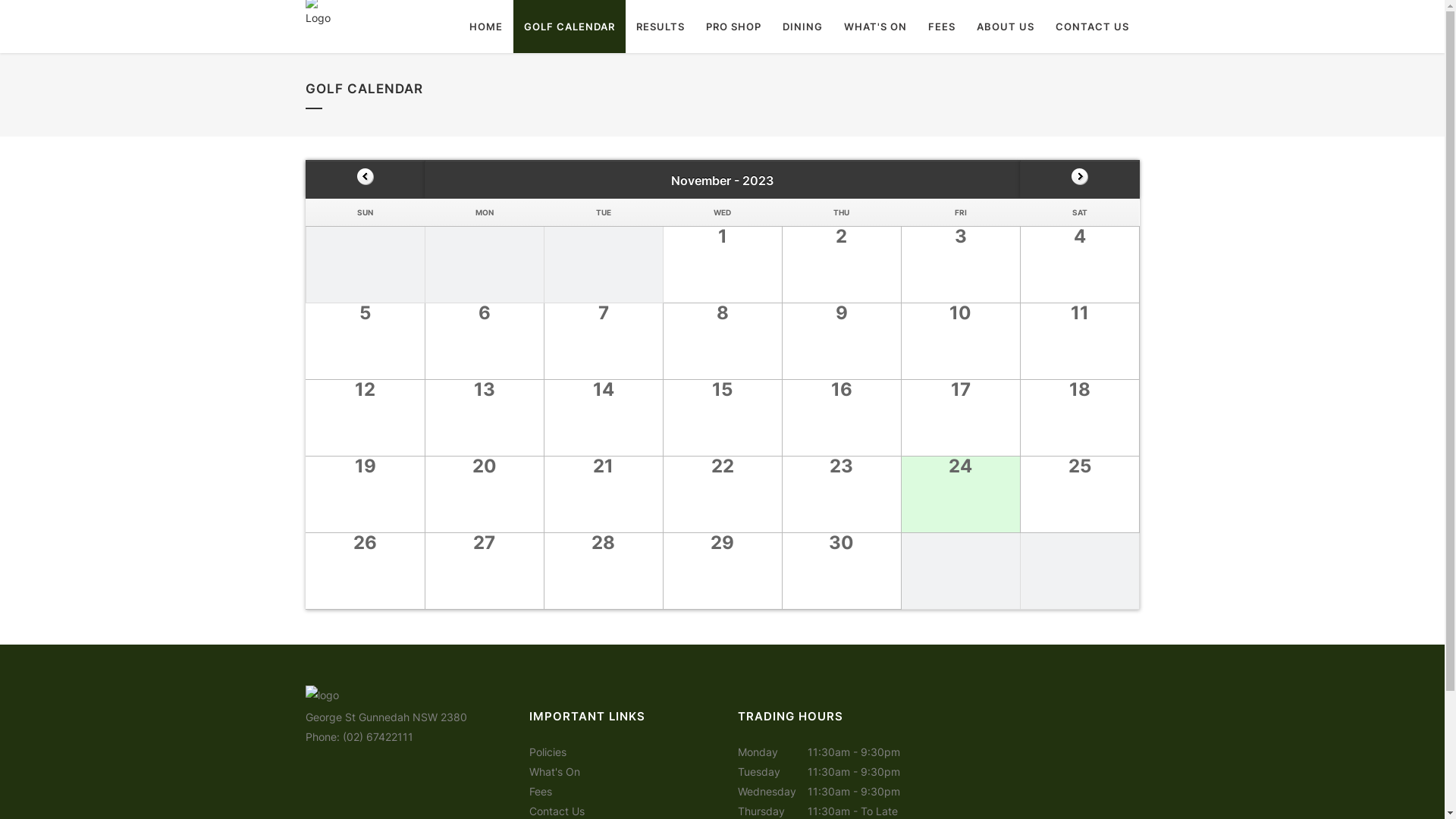 This screenshot has height=819, width=1456. What do you see at coordinates (1005, 26) in the screenshot?
I see `'ABOUT US'` at bounding box center [1005, 26].